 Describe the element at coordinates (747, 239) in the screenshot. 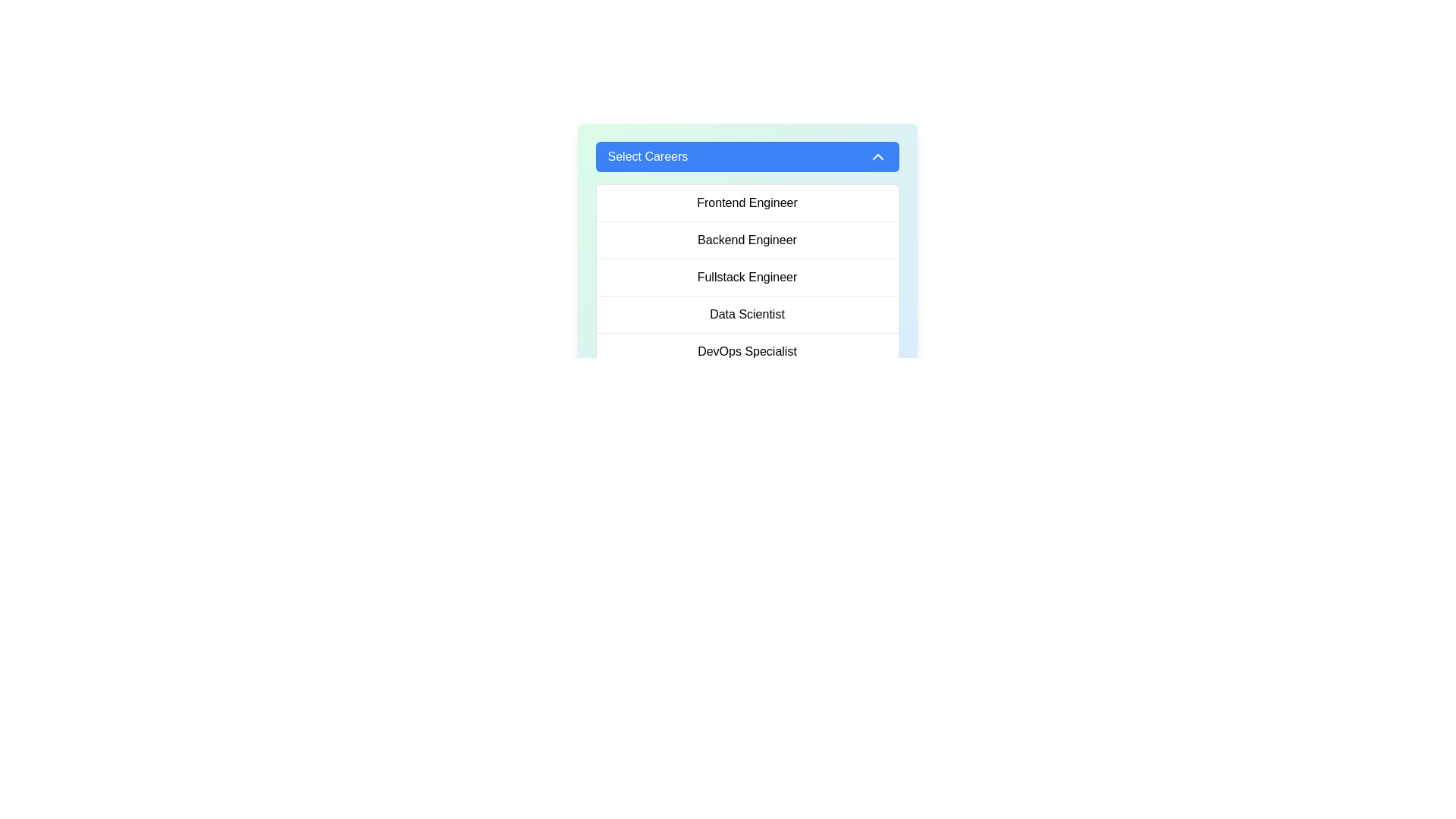

I see `the text 'Backend Engineer' in the dropdown menu` at that location.